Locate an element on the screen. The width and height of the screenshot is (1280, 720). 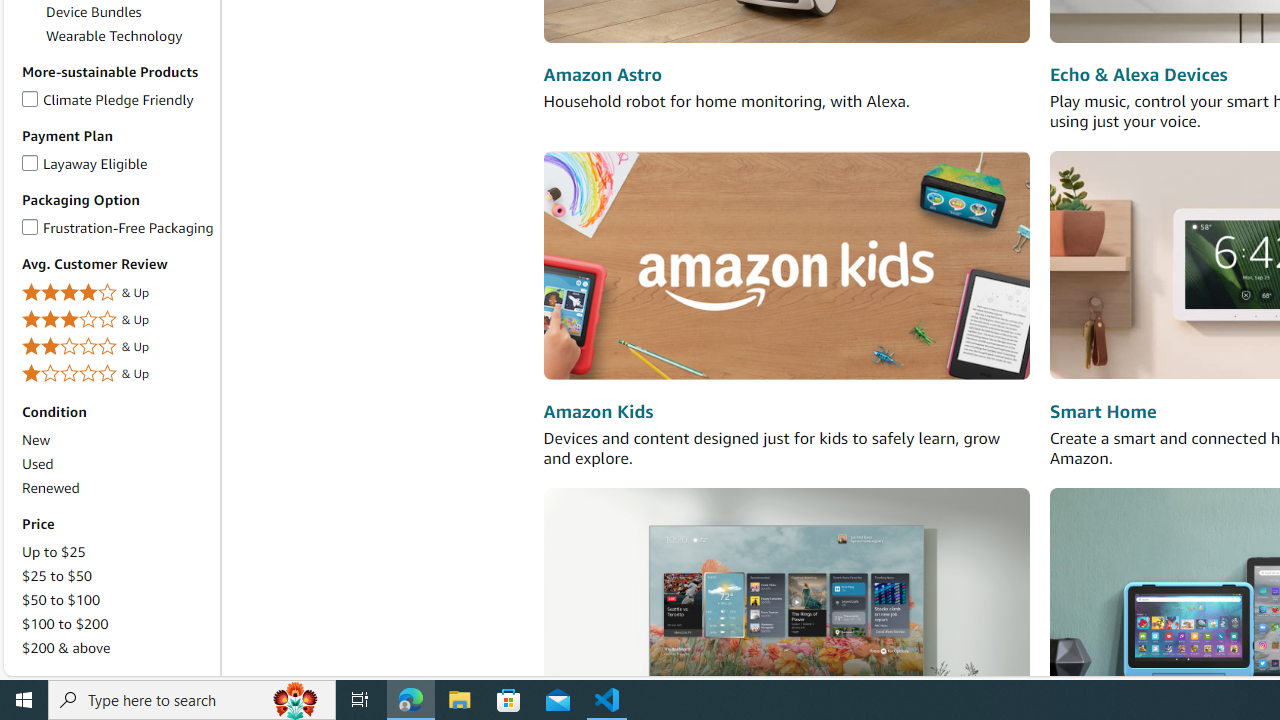
'Up to $25' is located at coordinates (53, 551).